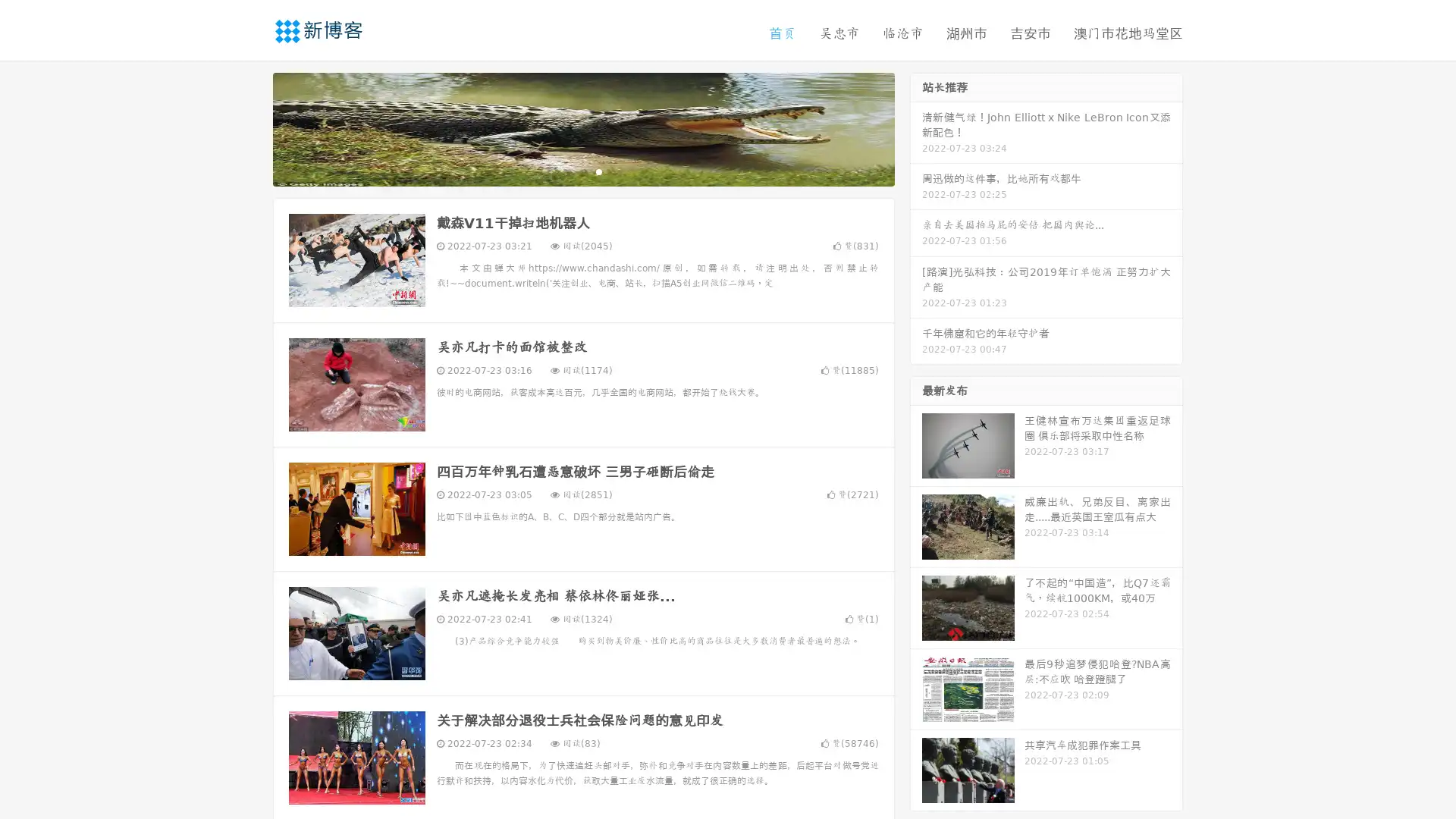 The width and height of the screenshot is (1456, 819). What do you see at coordinates (250, 127) in the screenshot?
I see `Previous slide` at bounding box center [250, 127].